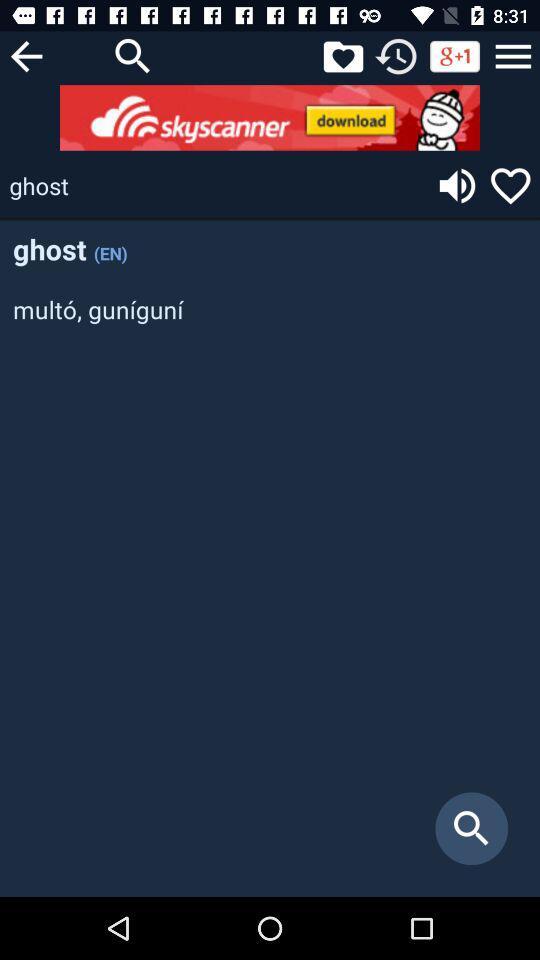 This screenshot has height=960, width=540. Describe the element at coordinates (457, 185) in the screenshot. I see `the volume icon` at that location.